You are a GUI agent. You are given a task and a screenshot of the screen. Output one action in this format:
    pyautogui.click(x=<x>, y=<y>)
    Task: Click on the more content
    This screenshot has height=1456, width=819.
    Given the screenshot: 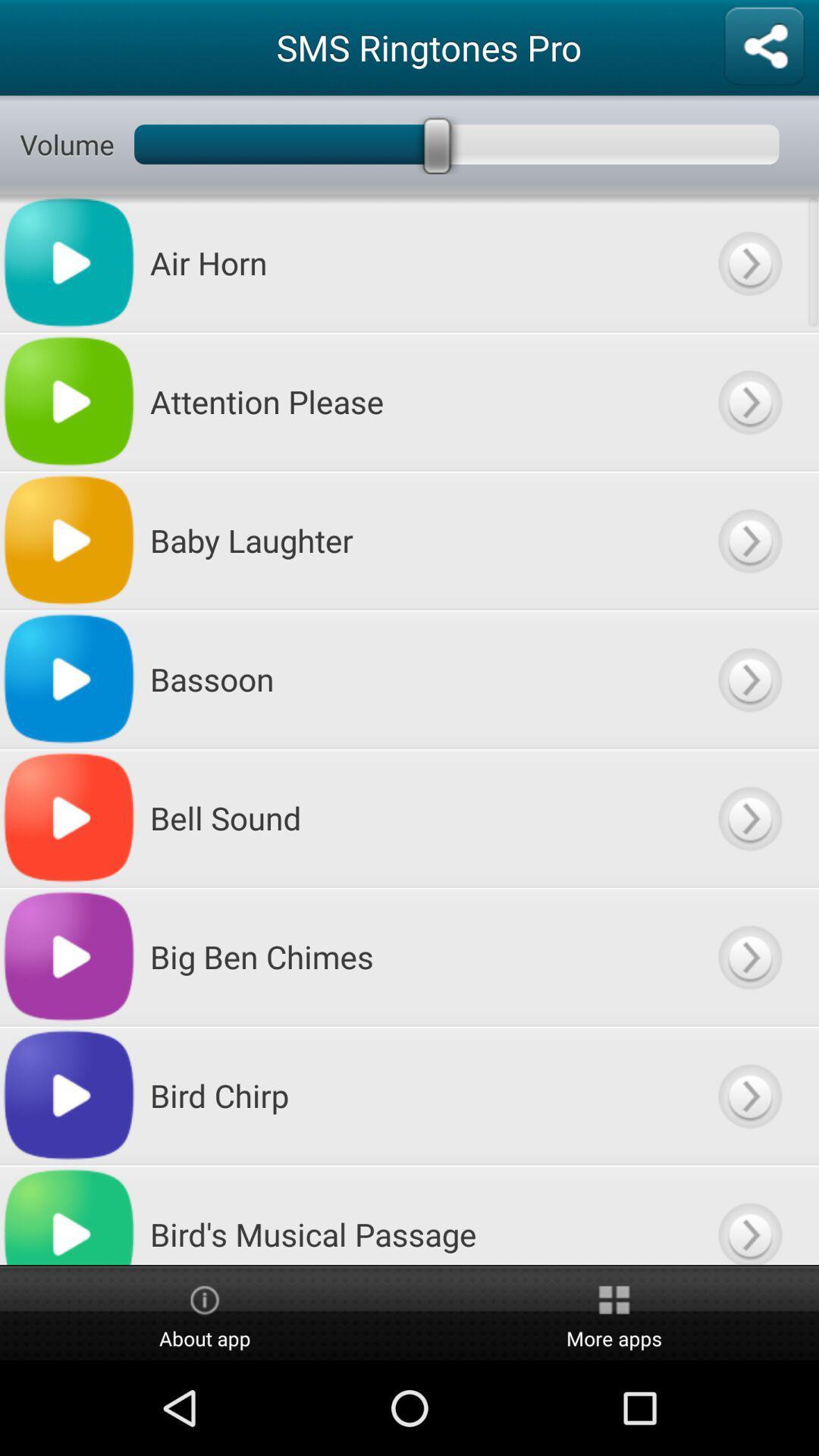 What is the action you would take?
    pyautogui.click(x=748, y=1215)
    